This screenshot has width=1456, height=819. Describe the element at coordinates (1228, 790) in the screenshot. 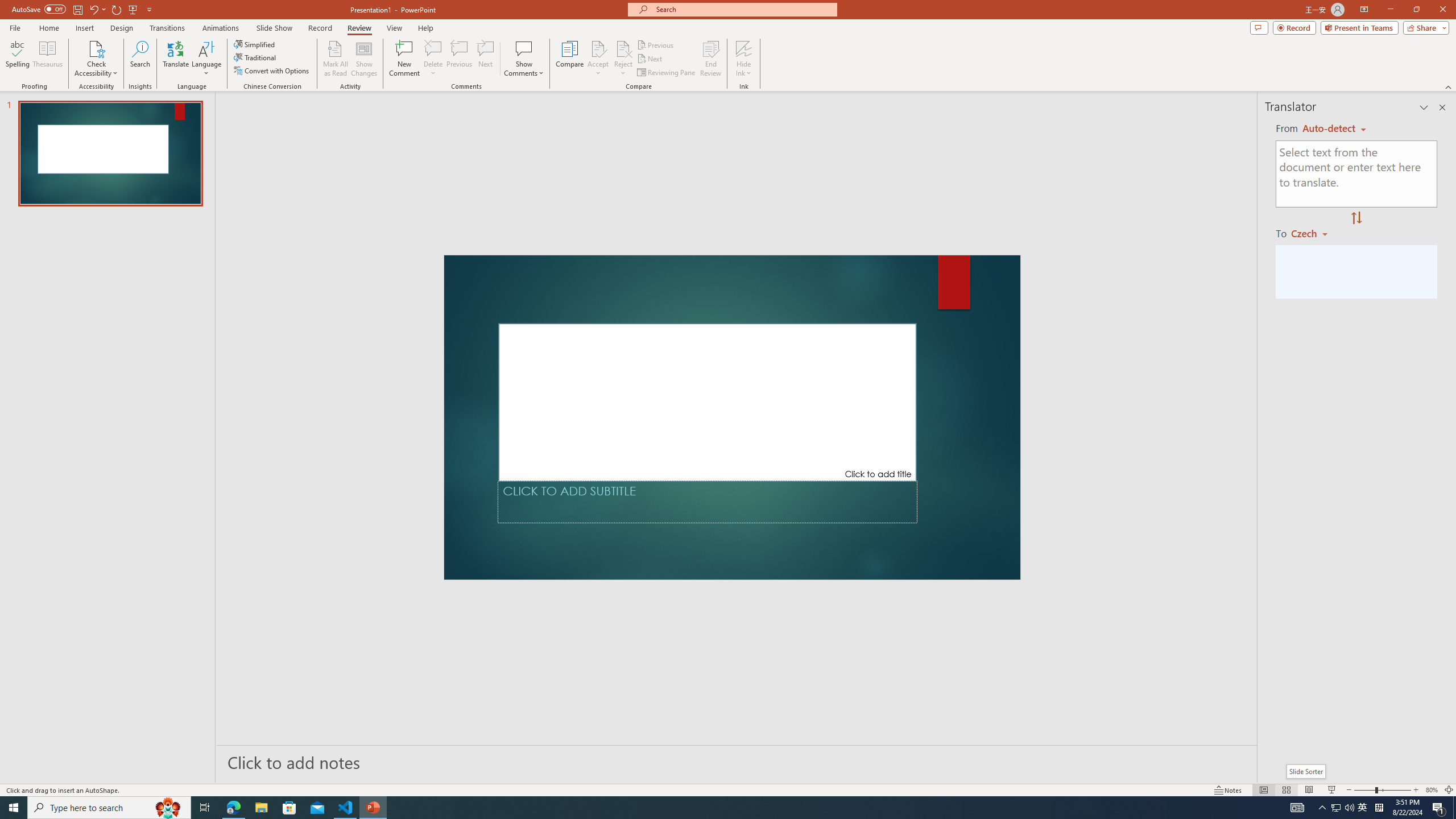

I see `'Notes '` at that location.